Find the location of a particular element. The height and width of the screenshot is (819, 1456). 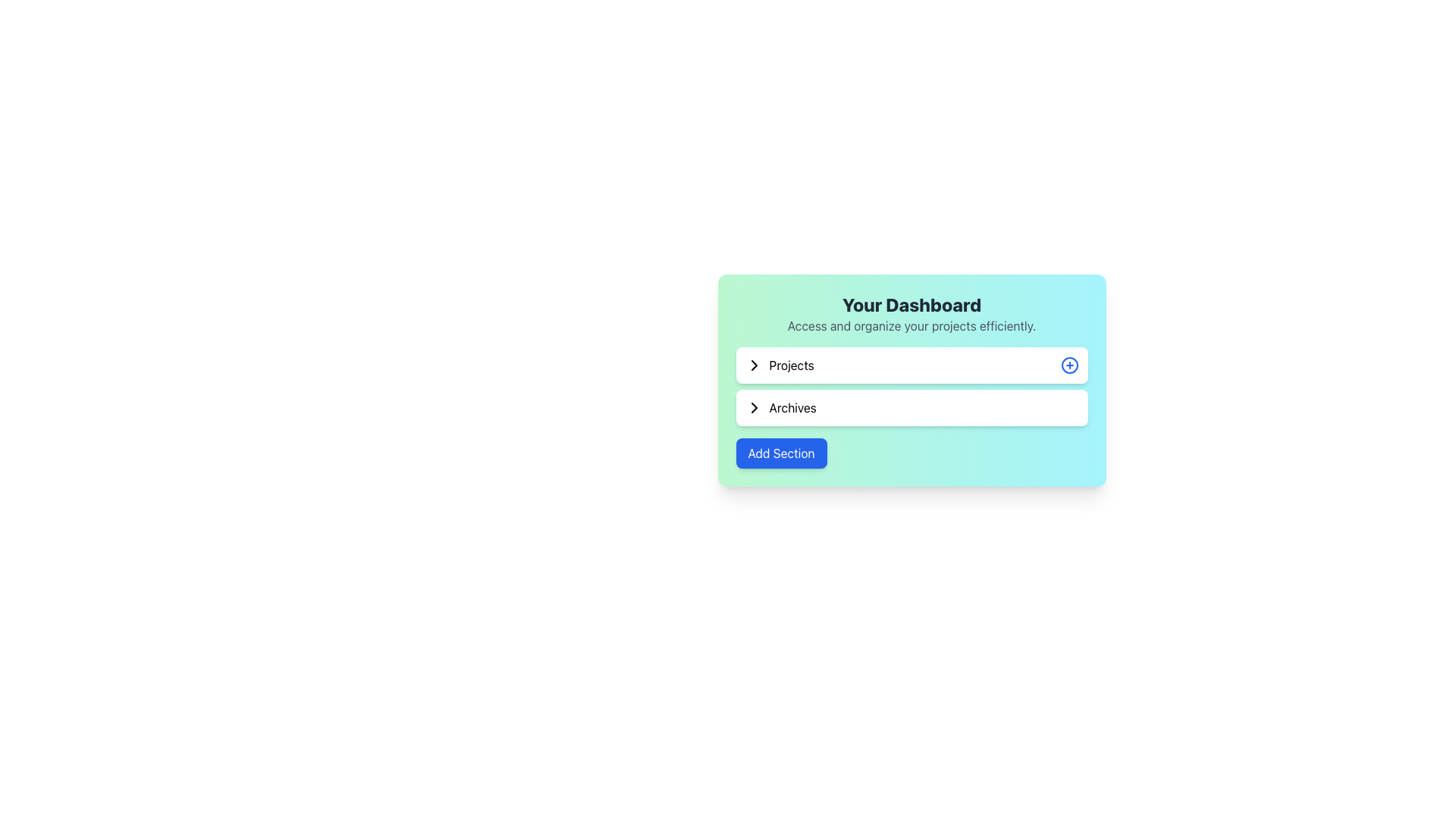

the blue button with white text labeled 'Add Section' located at the bottom-left of the 'Your Dashboard' card layout is located at coordinates (781, 452).